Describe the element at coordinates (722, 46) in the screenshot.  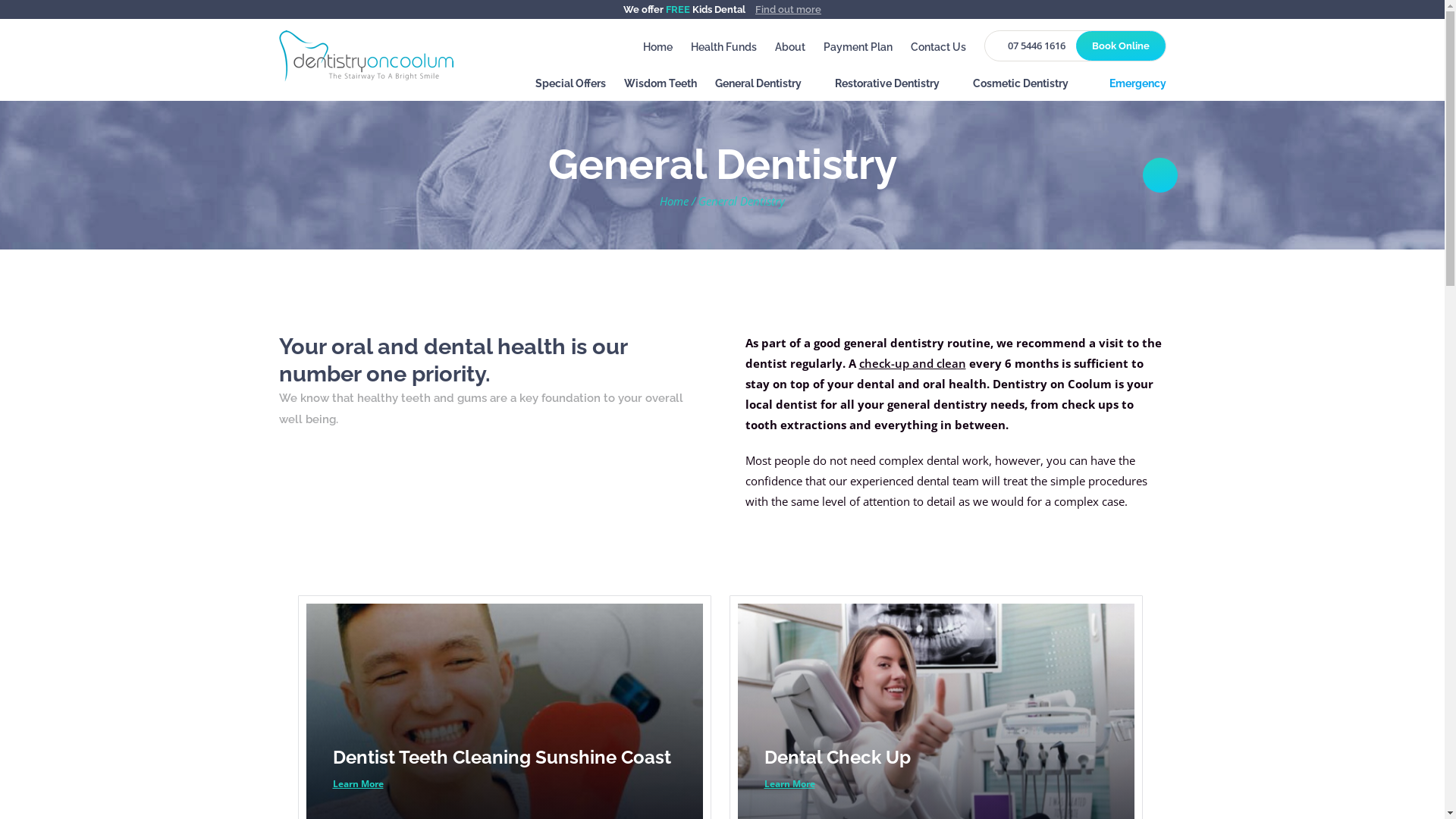
I see `'Health Funds'` at that location.